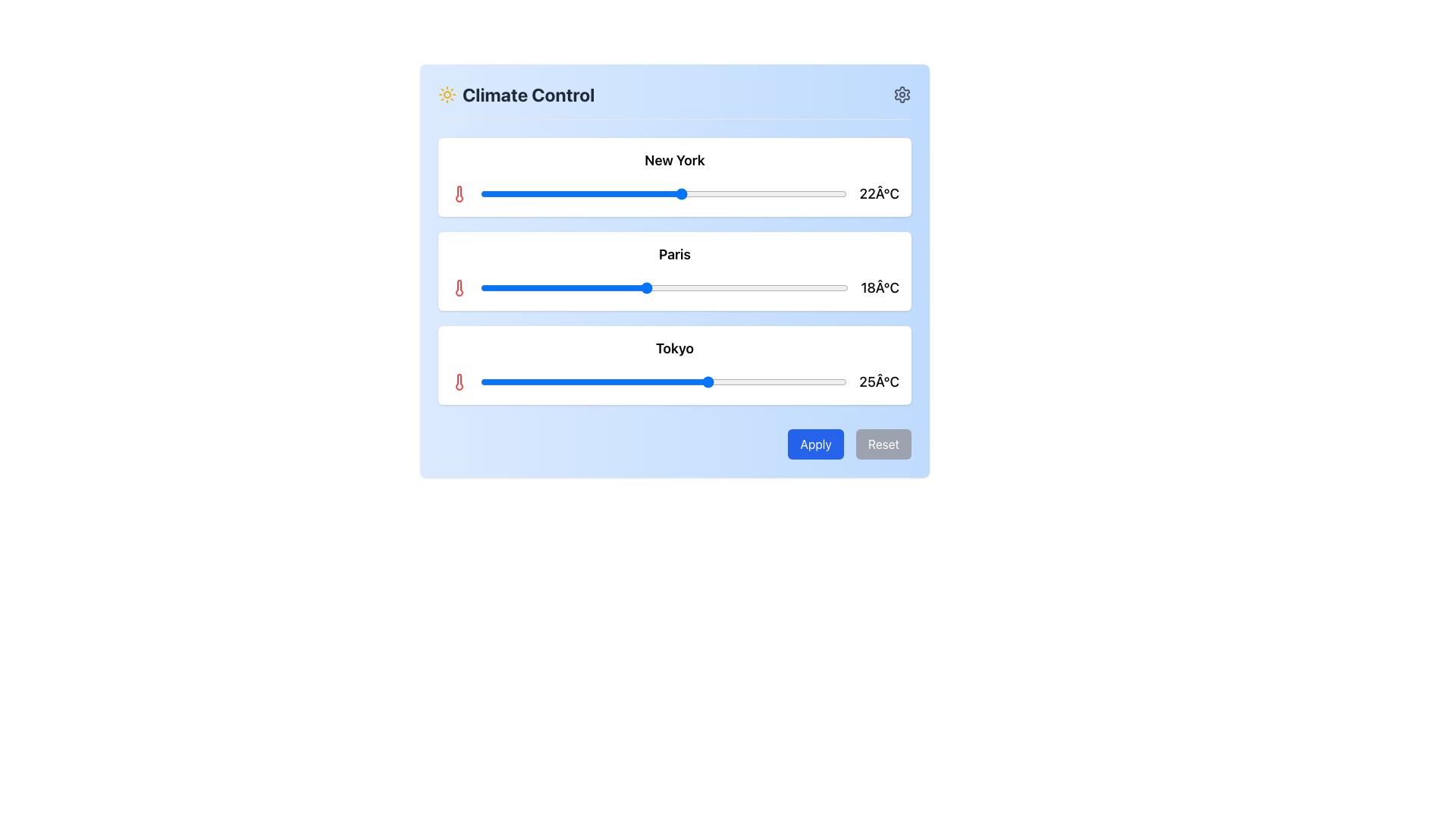  What do you see at coordinates (664, 381) in the screenshot?
I see `the Tokyo temperature` at bounding box center [664, 381].